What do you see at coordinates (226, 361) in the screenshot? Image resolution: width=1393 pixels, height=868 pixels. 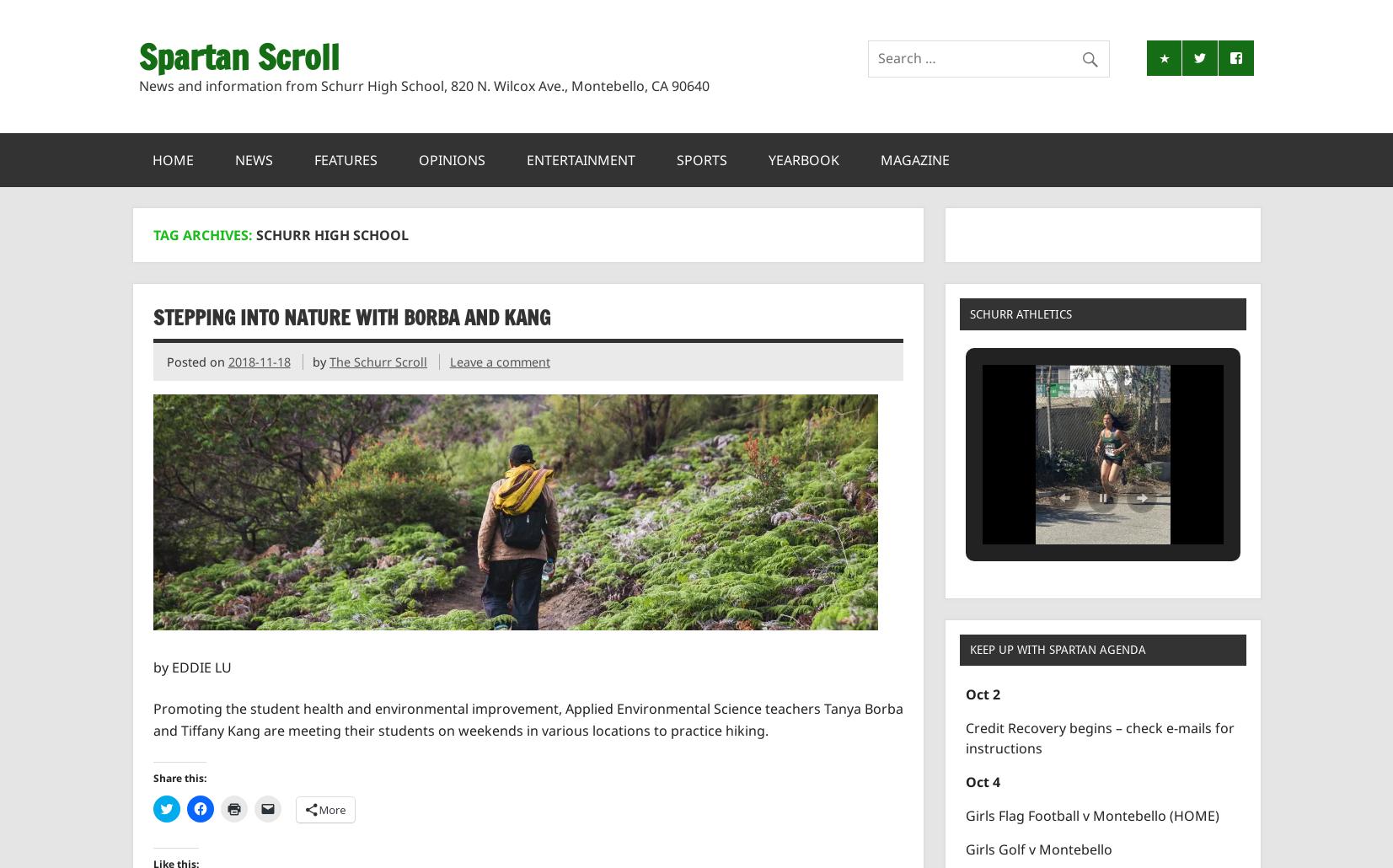 I see `'2018-11-18'` at bounding box center [226, 361].